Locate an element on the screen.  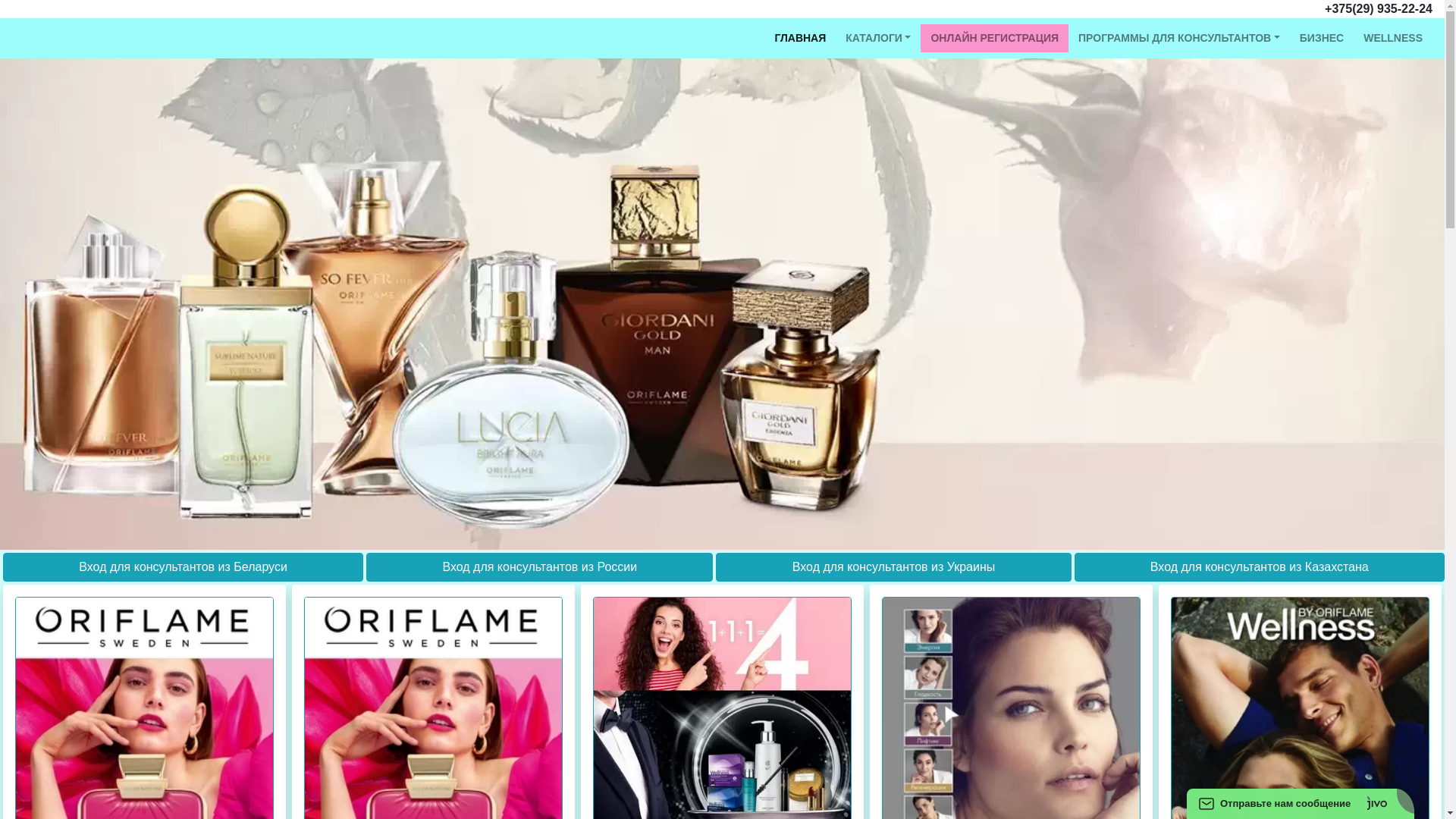
'WELLNESS' is located at coordinates (1393, 37).